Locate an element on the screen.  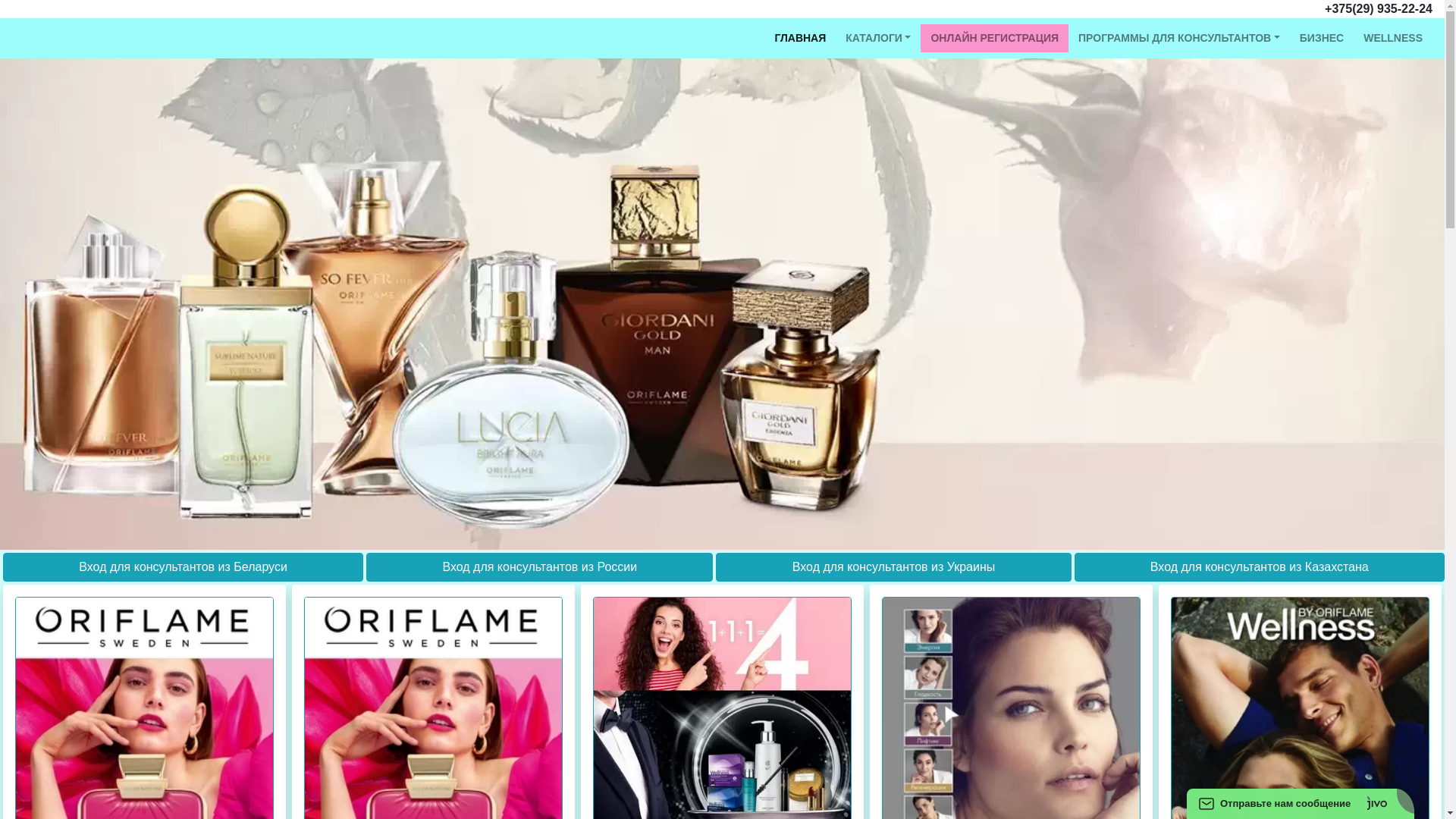
'WELLNESS' is located at coordinates (1393, 37).